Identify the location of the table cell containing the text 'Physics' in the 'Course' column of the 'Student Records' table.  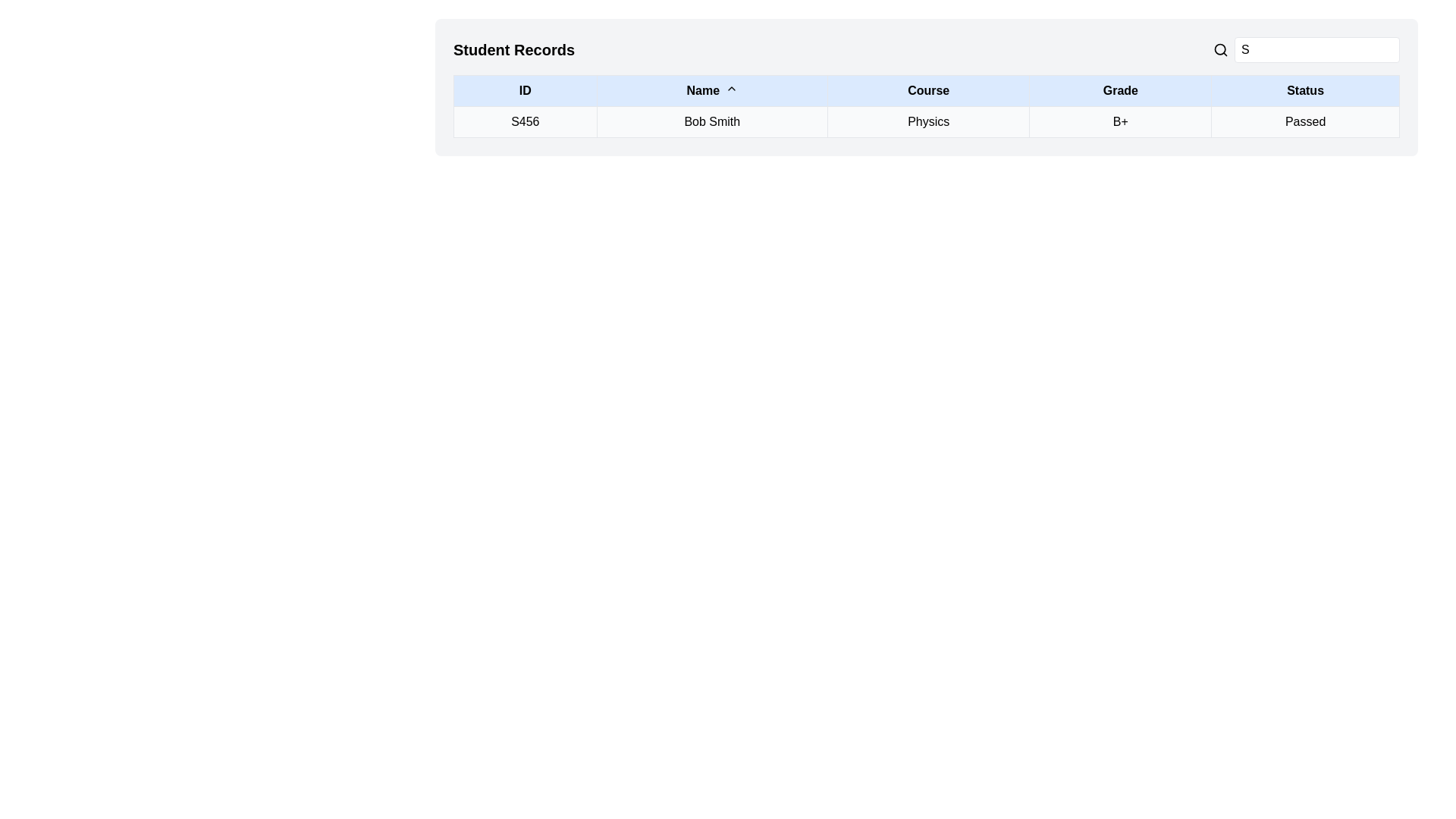
(927, 121).